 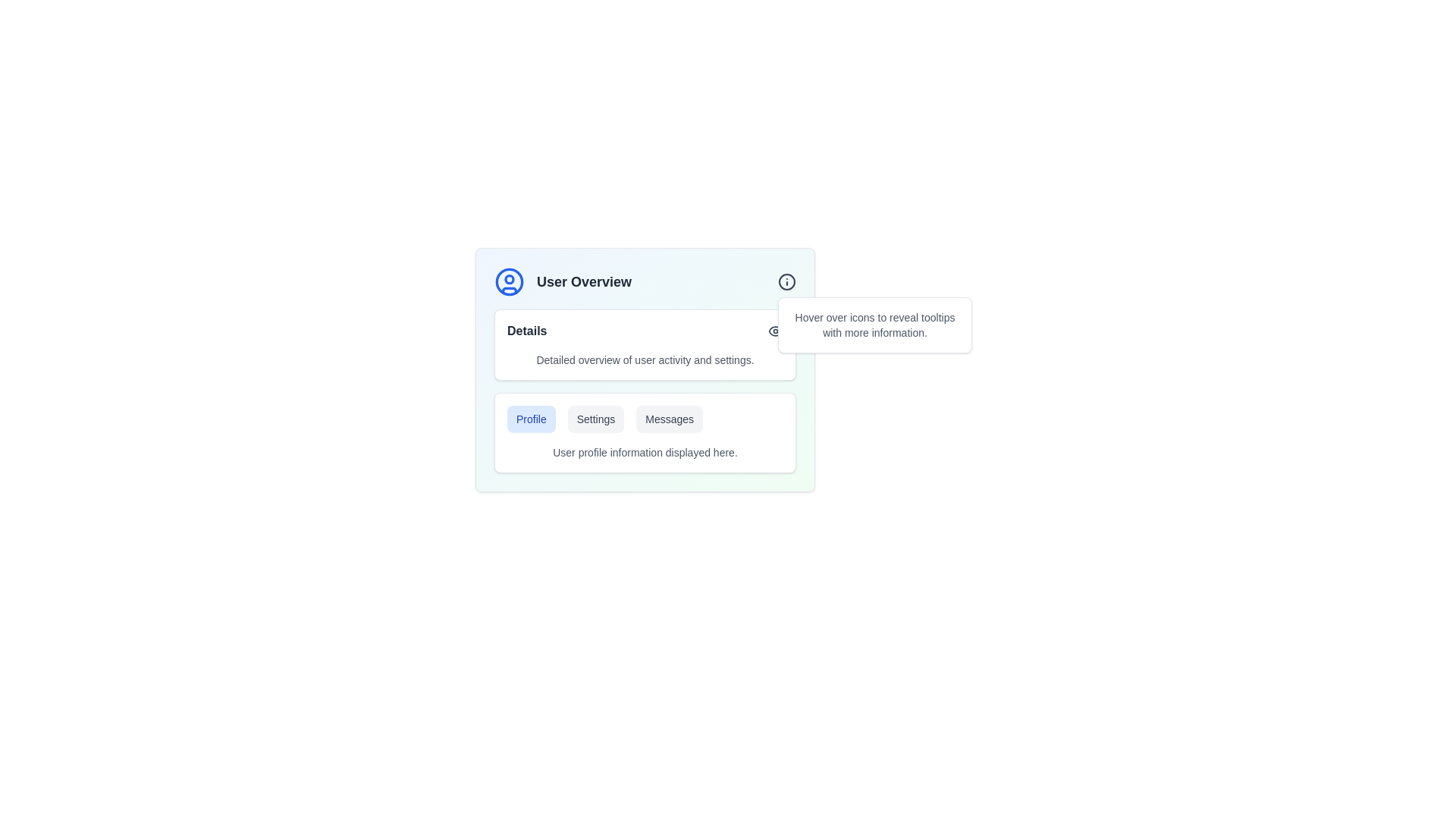 I want to click on the 'Settings' button, which is a rectangular button with a light gray background and medium gray text, located centrally among a group of three horizontally aligned buttons, so click(x=595, y=419).